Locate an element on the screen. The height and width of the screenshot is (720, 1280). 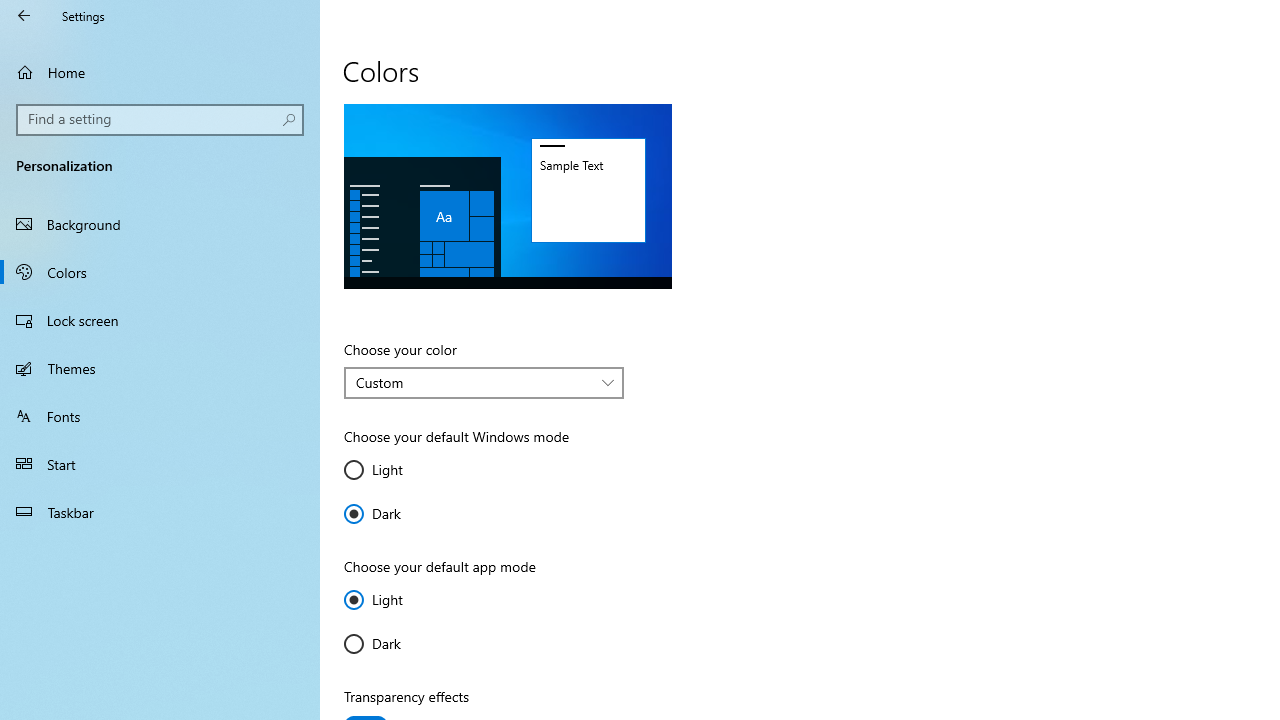
'Background' is located at coordinates (160, 223).